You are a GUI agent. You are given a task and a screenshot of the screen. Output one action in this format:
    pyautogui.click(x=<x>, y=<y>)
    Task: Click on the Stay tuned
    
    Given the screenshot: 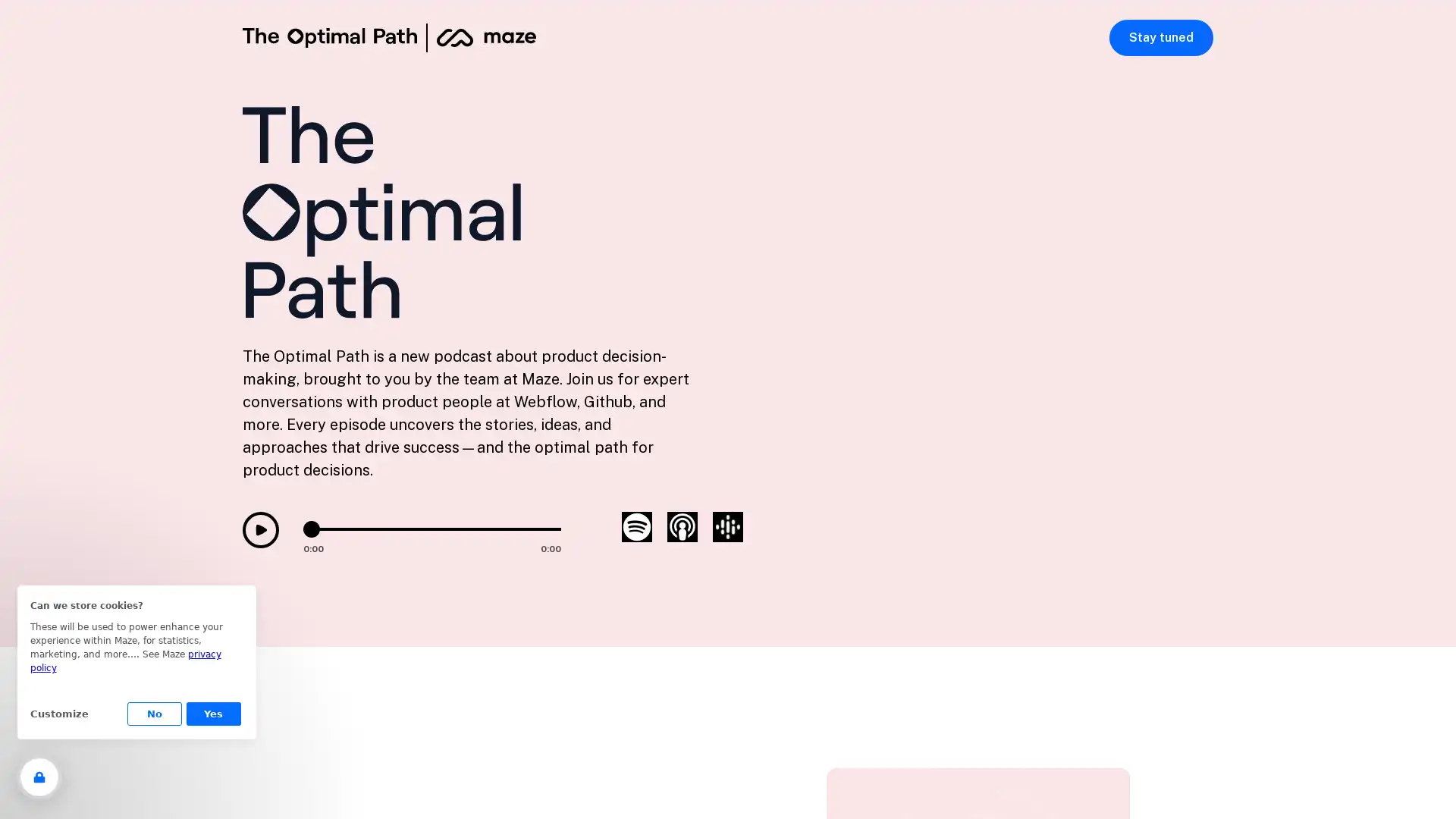 What is the action you would take?
    pyautogui.click(x=1160, y=37)
    